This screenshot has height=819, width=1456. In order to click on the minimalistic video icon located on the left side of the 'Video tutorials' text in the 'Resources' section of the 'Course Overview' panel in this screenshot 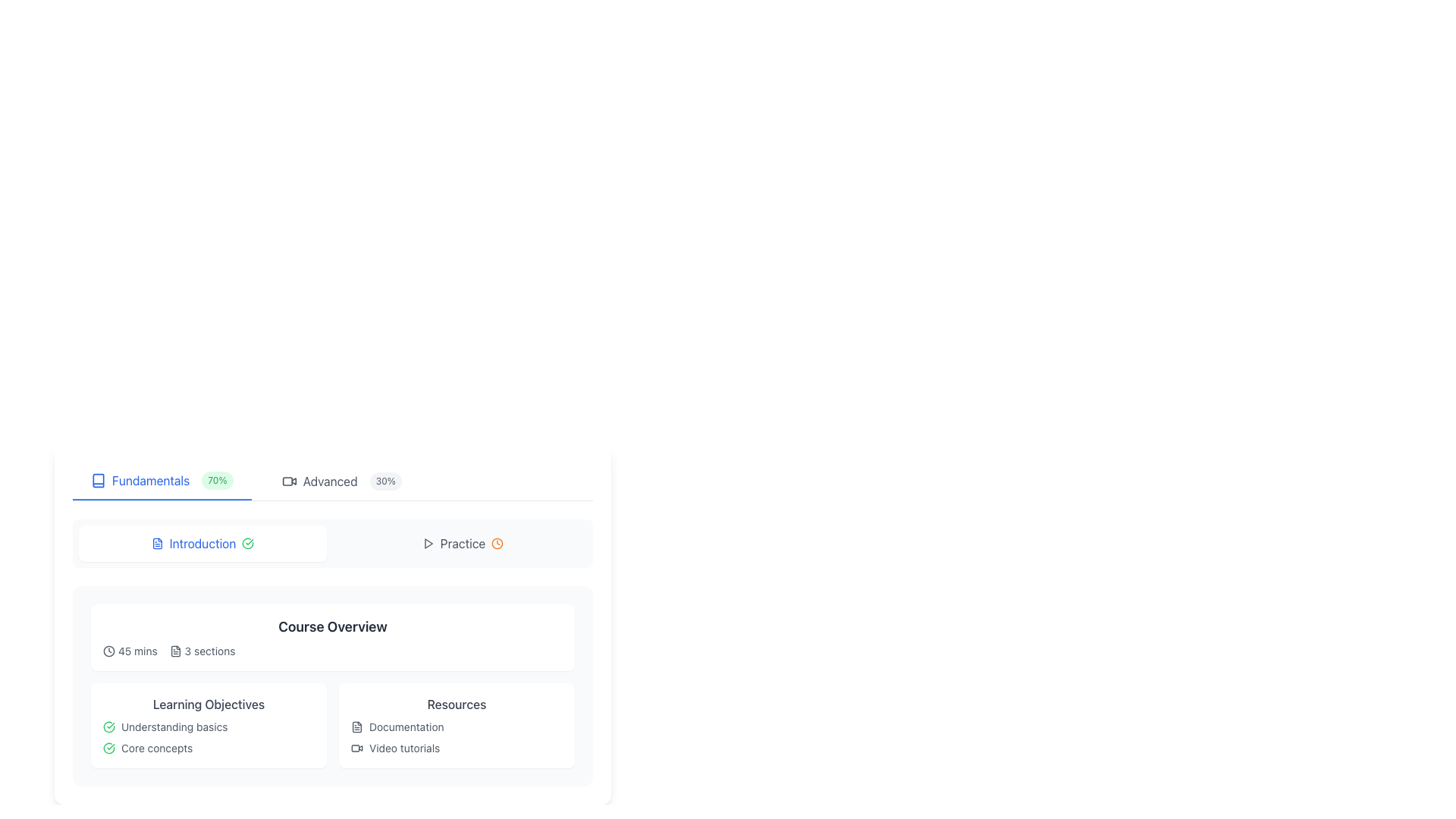, I will do `click(356, 748)`.